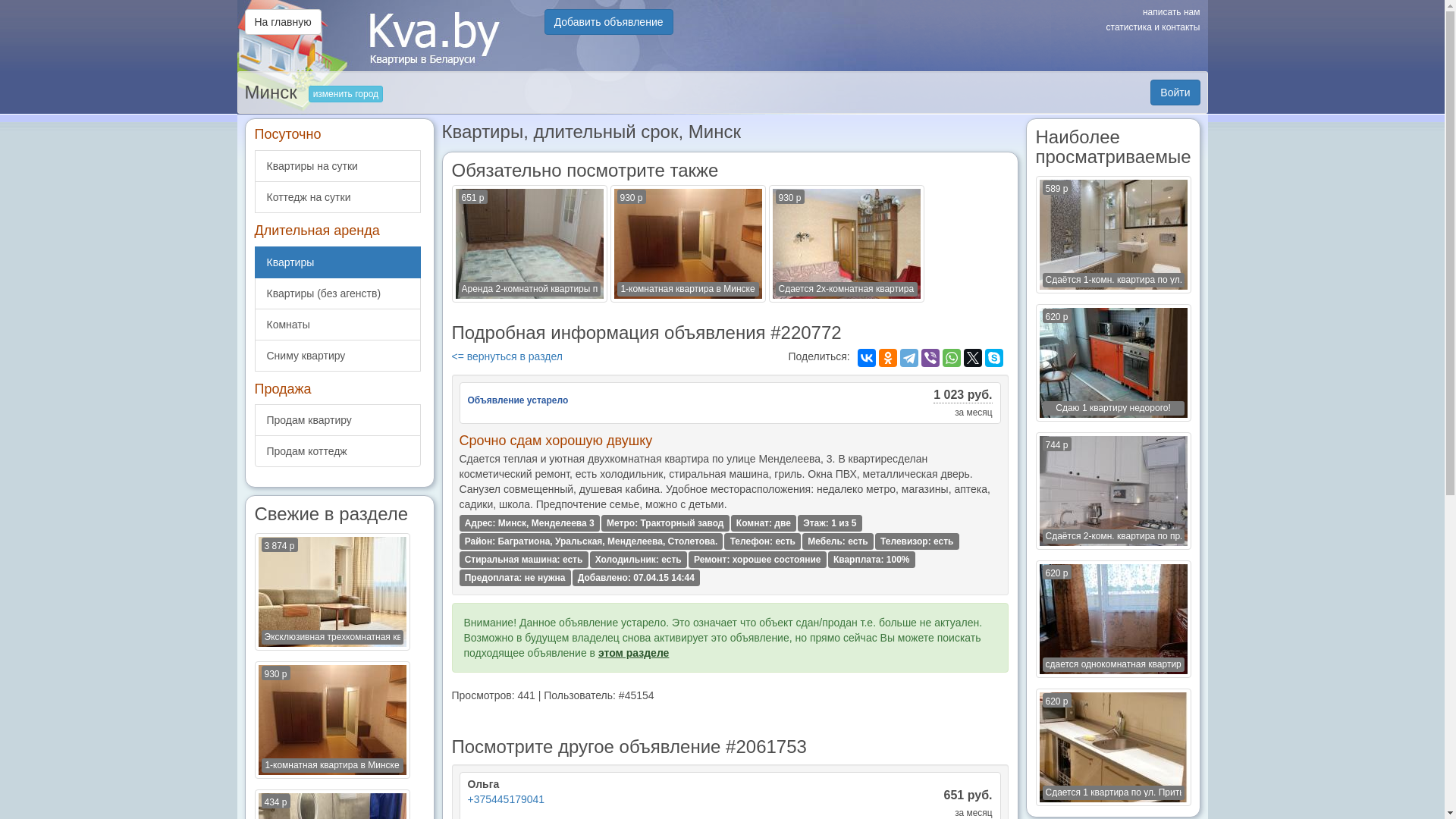 The width and height of the screenshot is (1456, 819). Describe the element at coordinates (972, 357) in the screenshot. I see `'Twitter'` at that location.